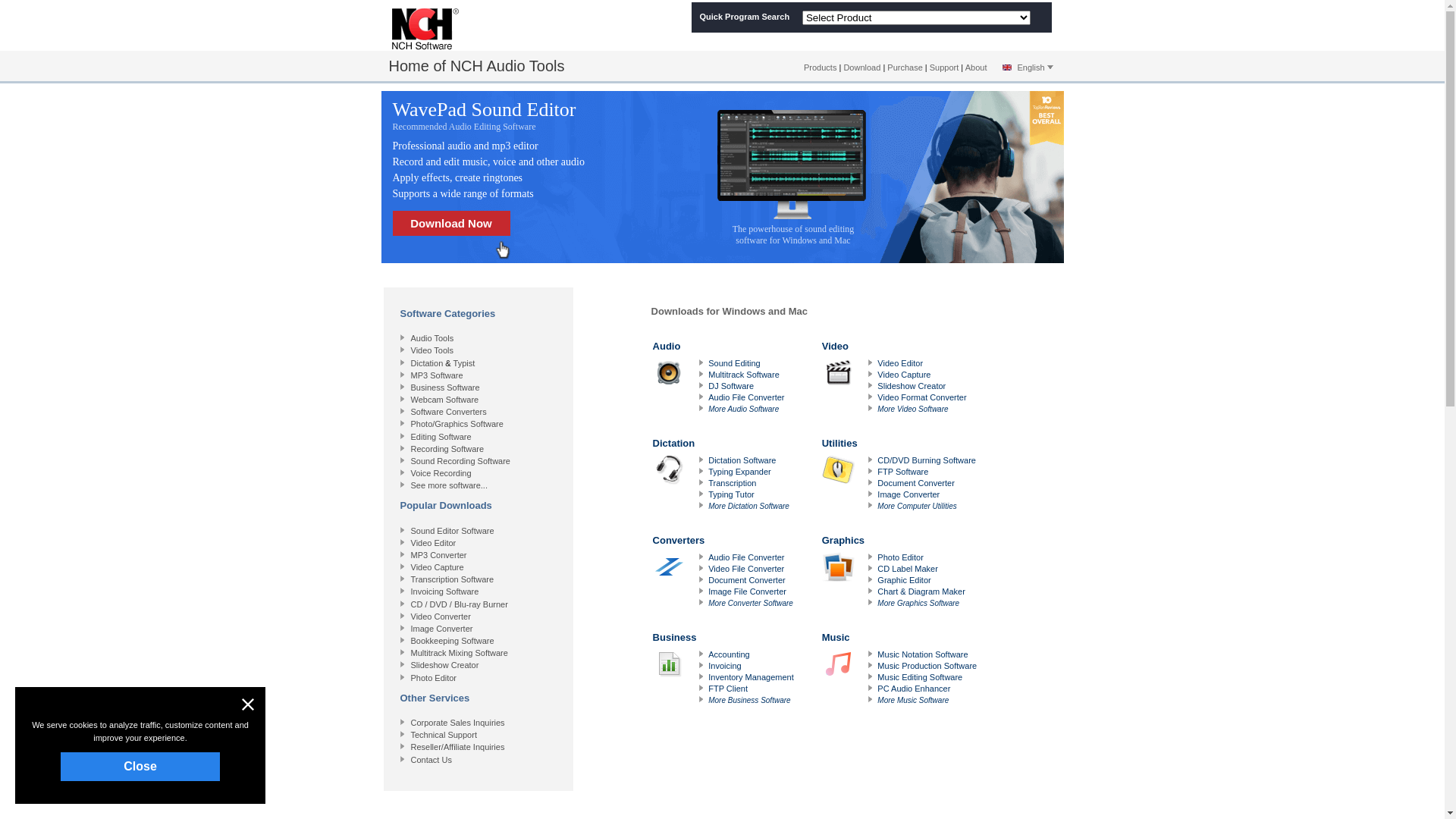 The width and height of the screenshot is (1456, 819). What do you see at coordinates (877, 362) in the screenshot?
I see `'Video Editor'` at bounding box center [877, 362].